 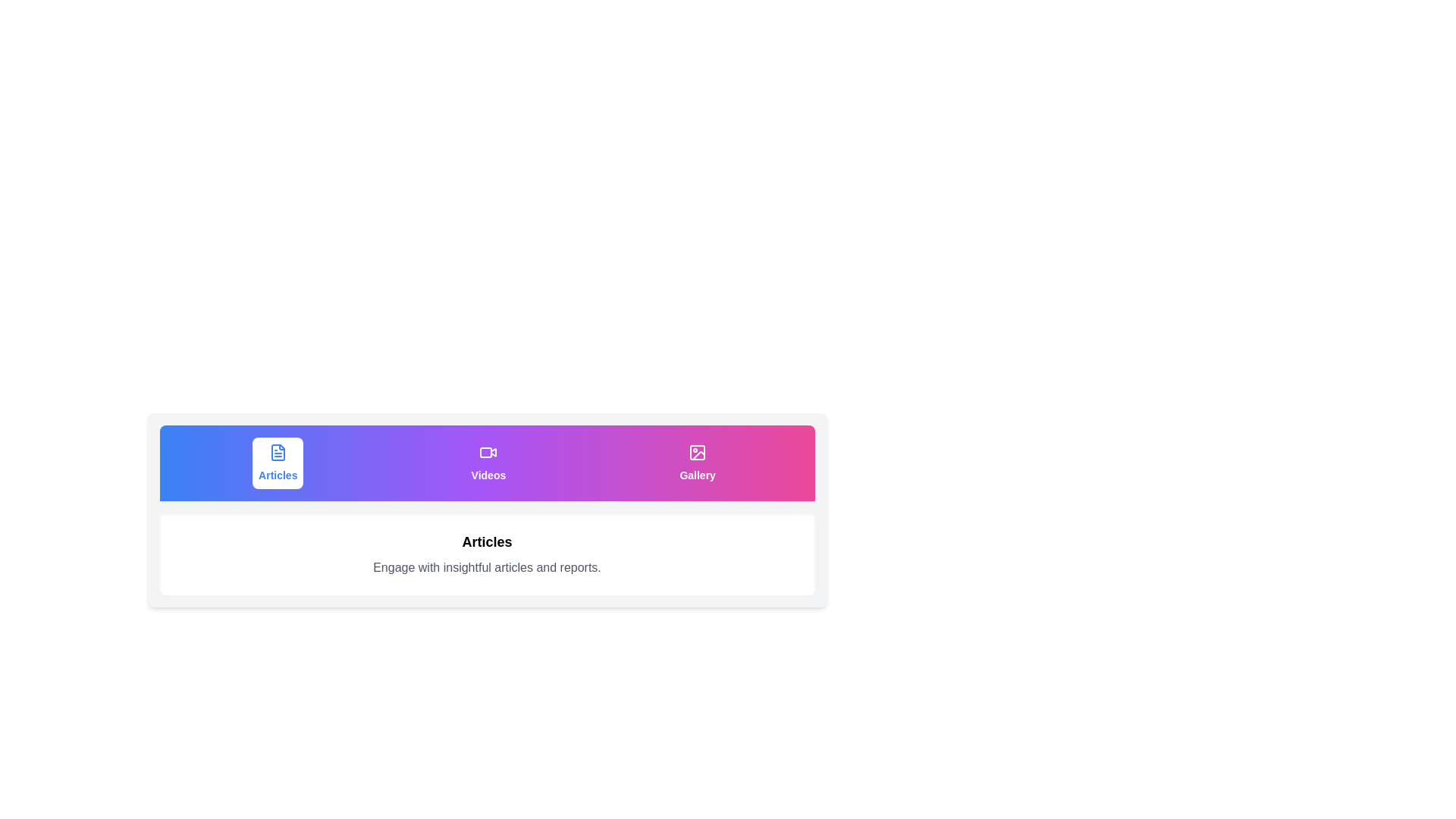 What do you see at coordinates (697, 462) in the screenshot?
I see `the tab labeled Gallery to switch to it` at bounding box center [697, 462].